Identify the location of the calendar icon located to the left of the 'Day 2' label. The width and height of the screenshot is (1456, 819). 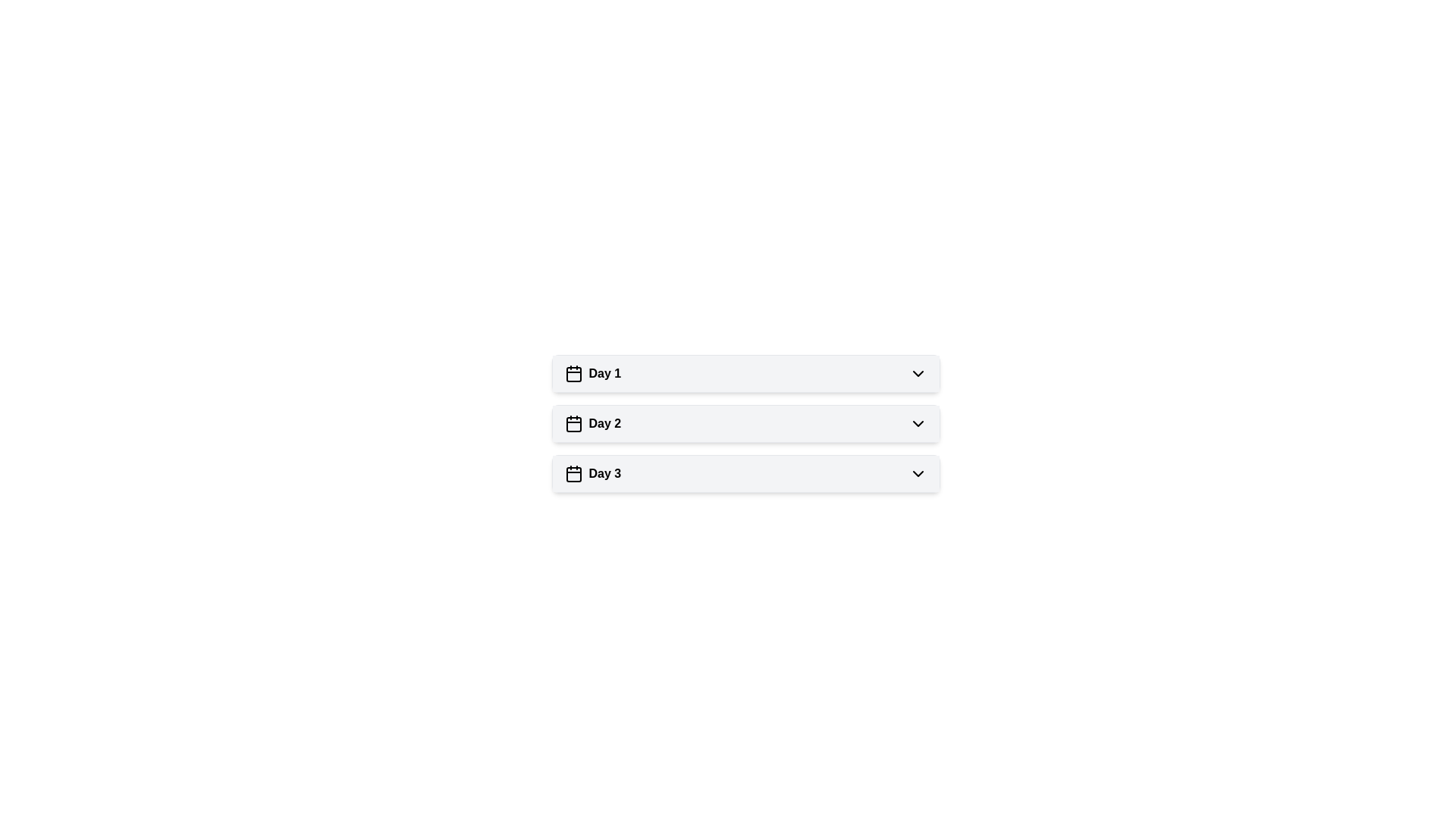
(573, 424).